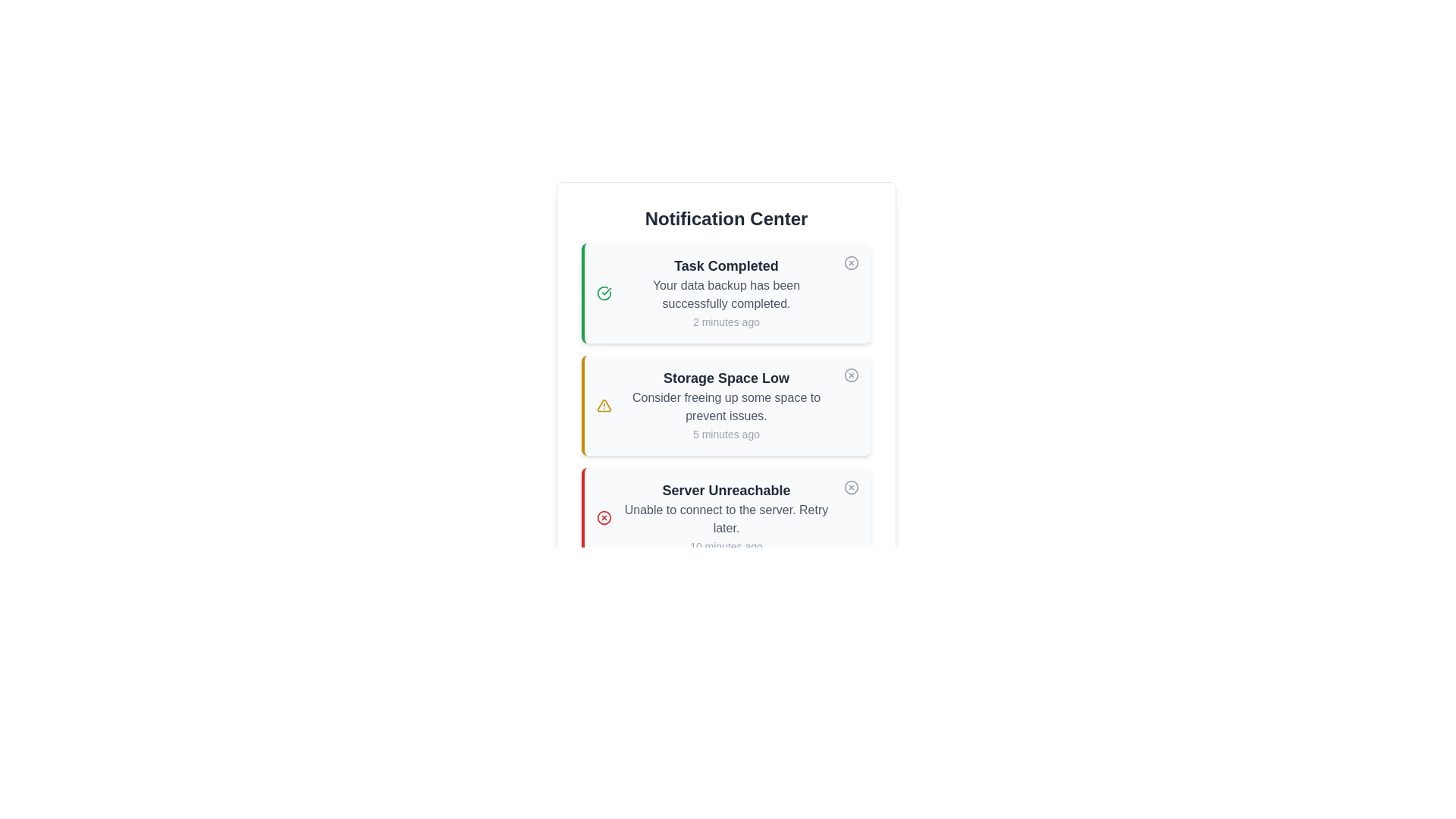  I want to click on detailed message of the third notification card in the Notification Center about a failed connection attempt to the server, so click(726, 516).